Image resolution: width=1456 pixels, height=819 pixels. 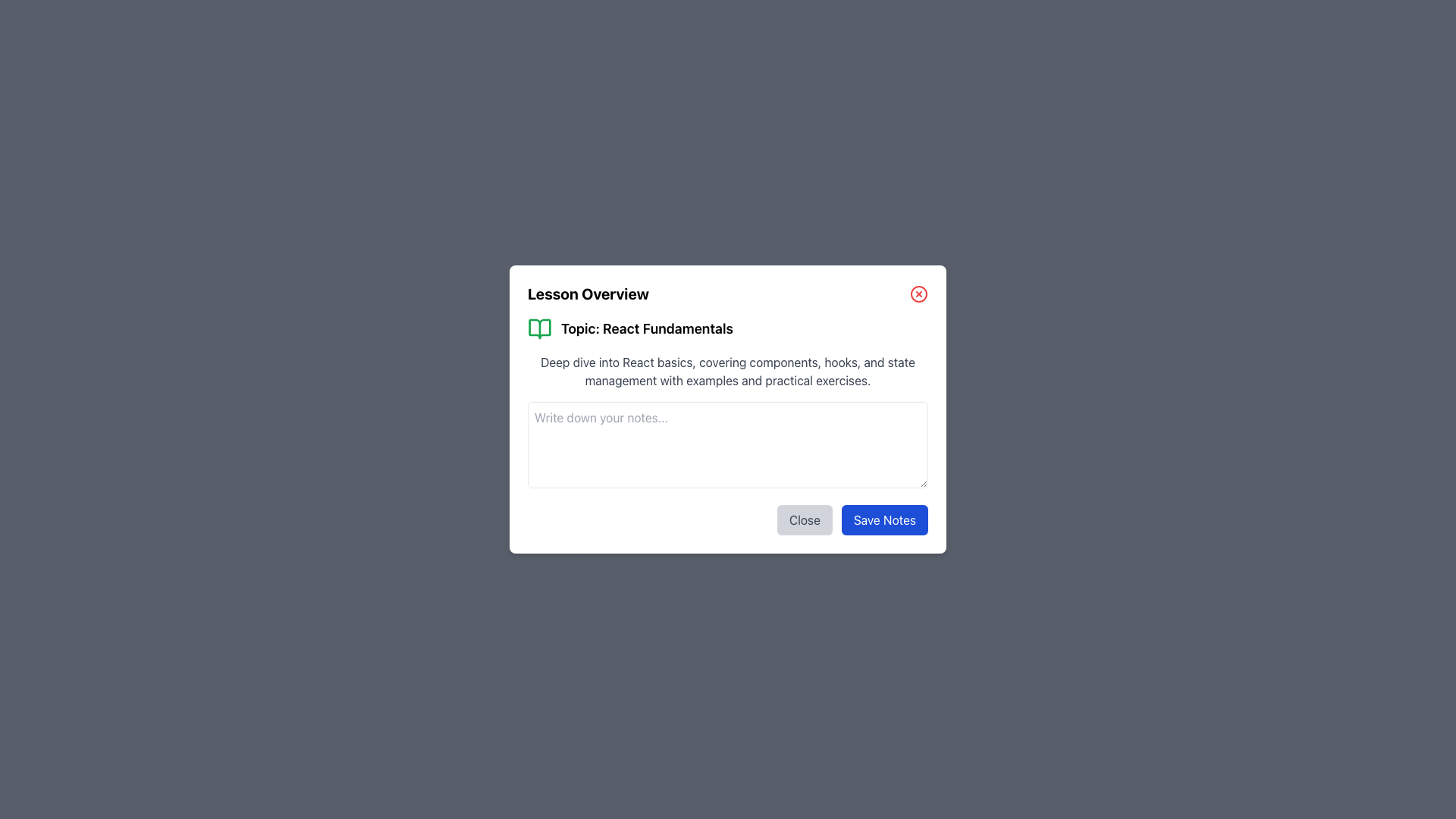 What do you see at coordinates (918, 294) in the screenshot?
I see `the red circular close button with an 'X' symbol located at the top-right corner of the modal window` at bounding box center [918, 294].